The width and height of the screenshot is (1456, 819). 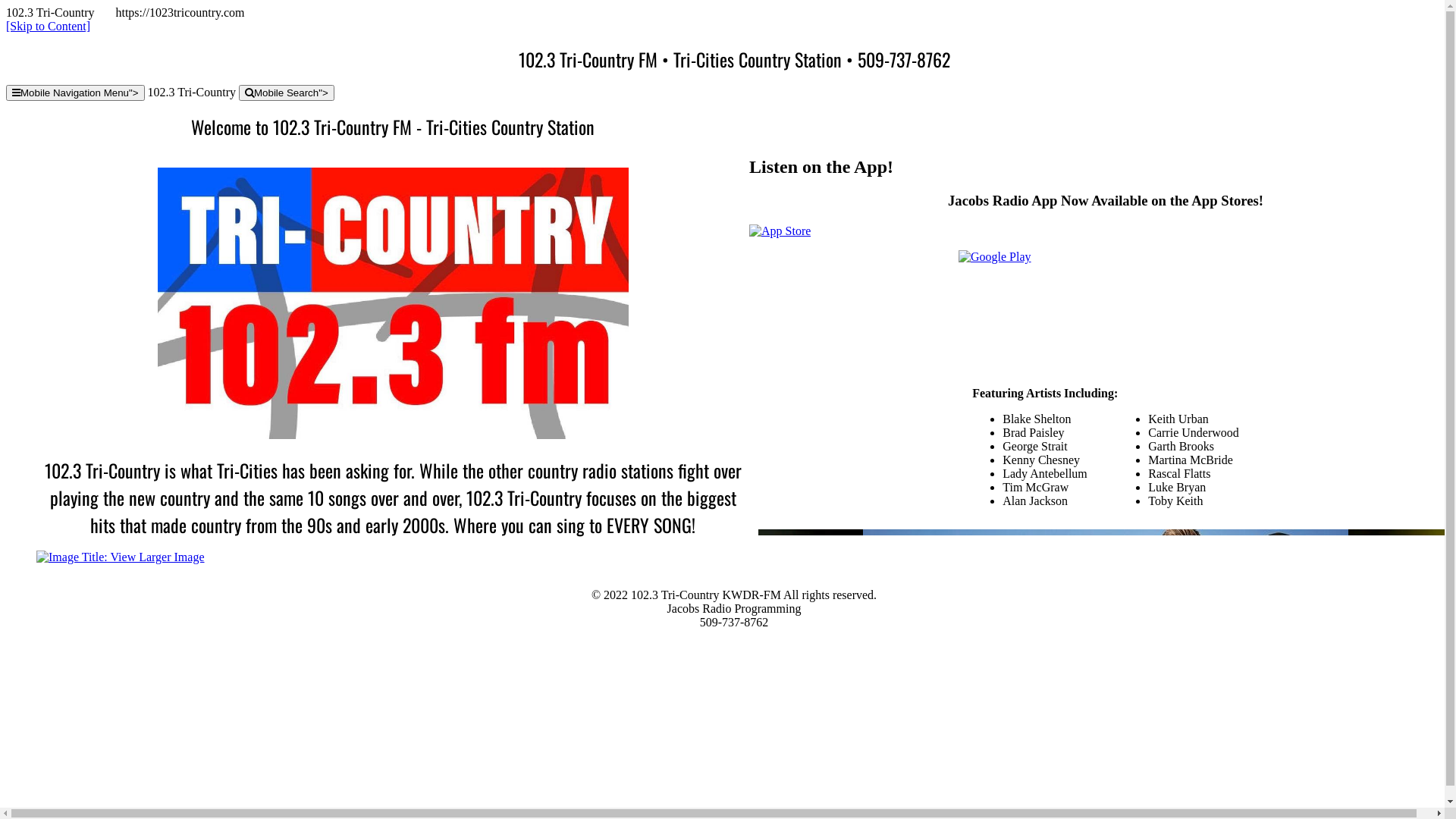 What do you see at coordinates (74, 93) in the screenshot?
I see `'Mobile Navigation Menu">'` at bounding box center [74, 93].